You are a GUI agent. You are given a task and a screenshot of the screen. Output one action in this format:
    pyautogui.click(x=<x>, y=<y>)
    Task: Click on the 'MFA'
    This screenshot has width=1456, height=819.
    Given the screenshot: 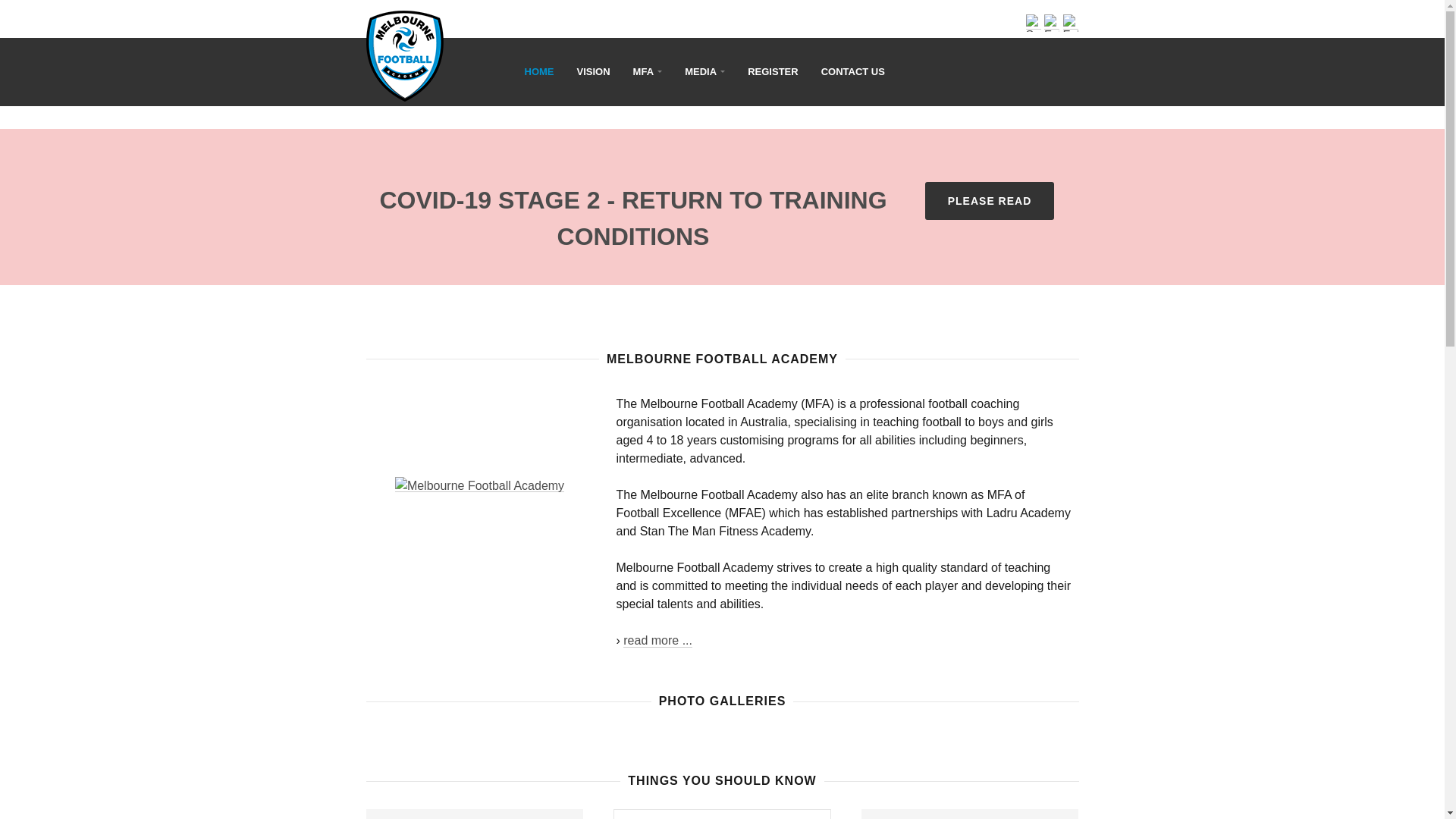 What is the action you would take?
    pyautogui.click(x=648, y=72)
    